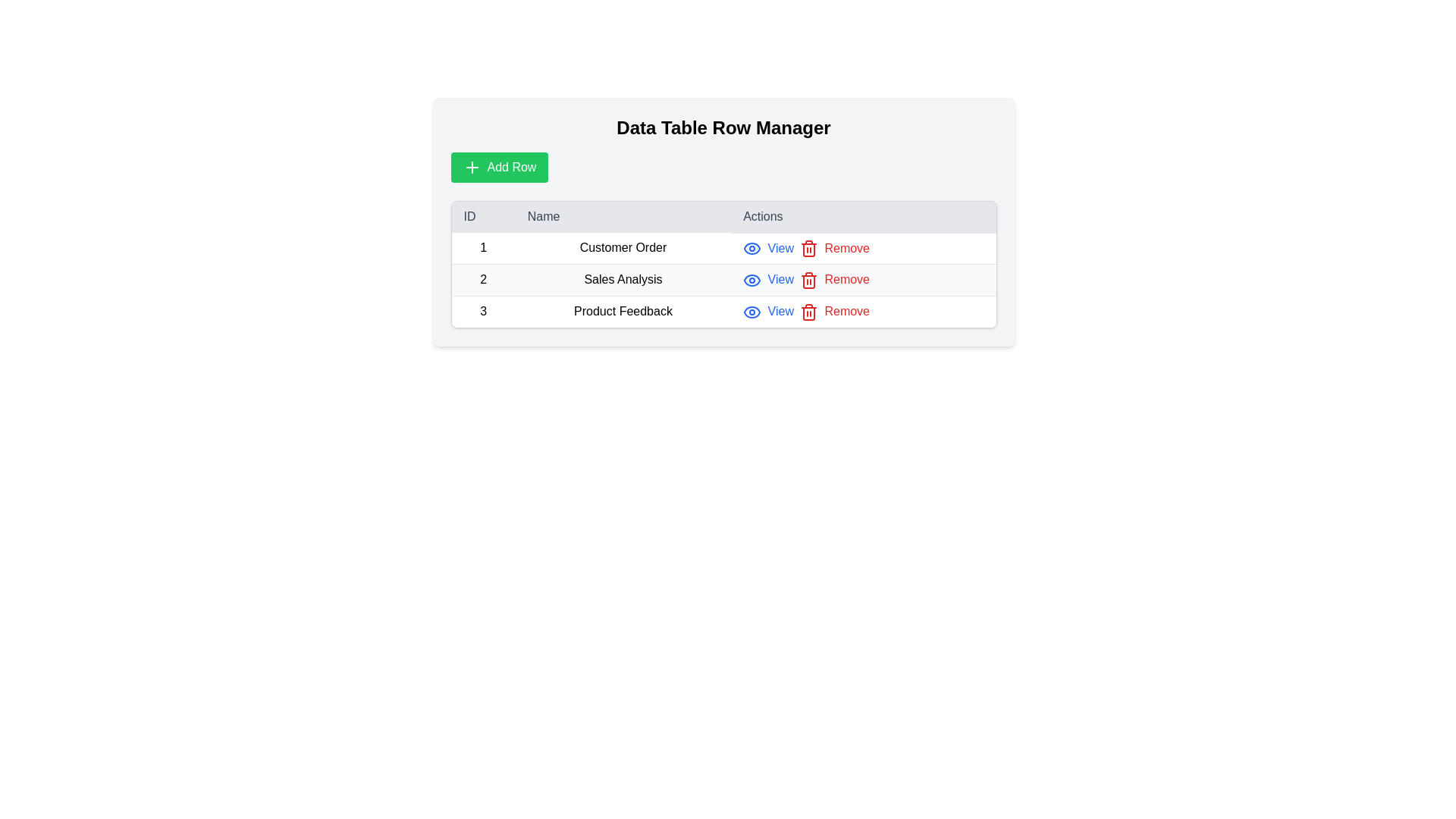  What do you see at coordinates (833, 280) in the screenshot?
I see `the red 'Remove' link styled as a button in the second row of the 'Actions' column` at bounding box center [833, 280].